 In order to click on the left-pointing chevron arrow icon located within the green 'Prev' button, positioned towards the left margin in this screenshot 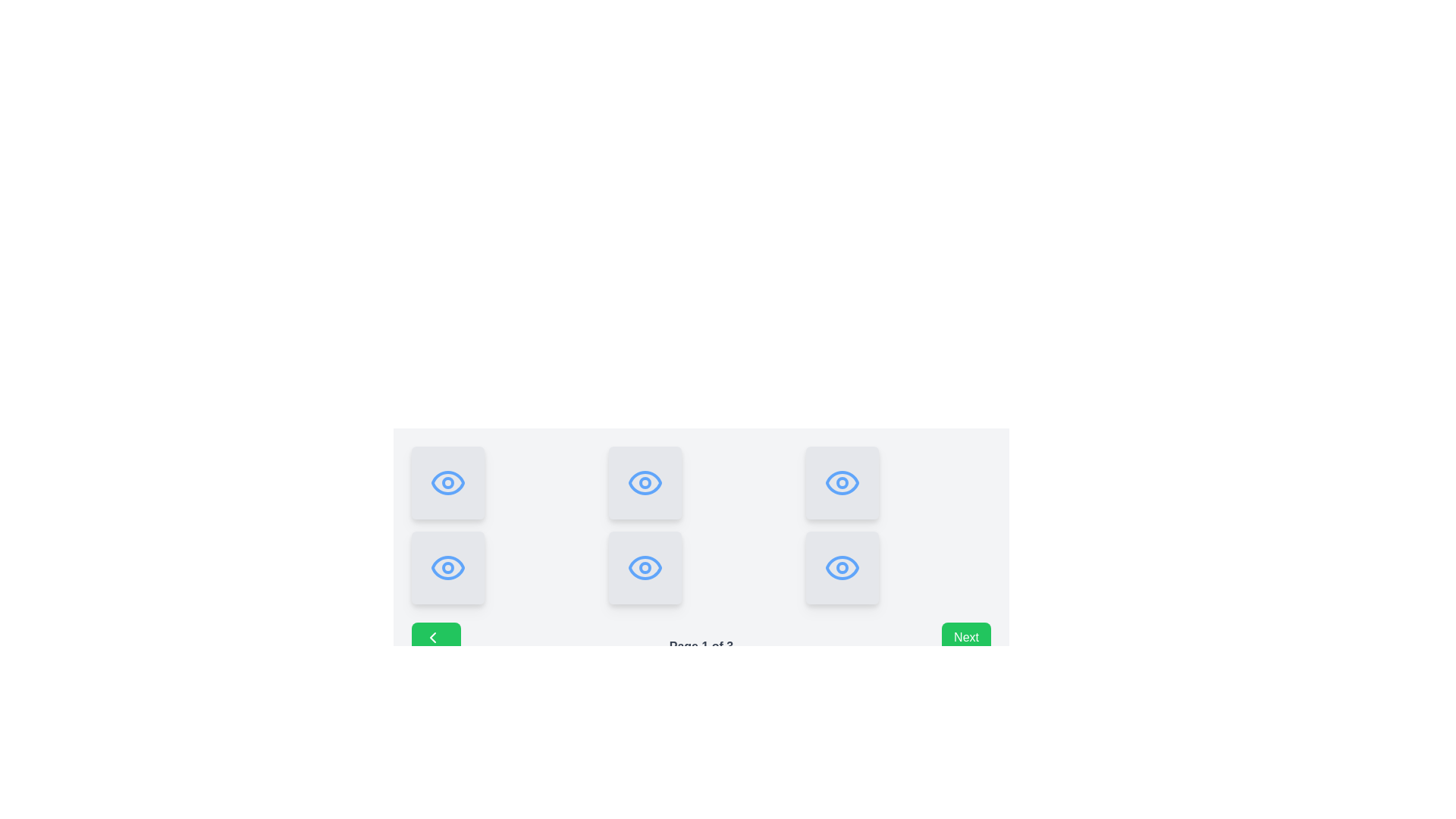, I will do `click(432, 637)`.